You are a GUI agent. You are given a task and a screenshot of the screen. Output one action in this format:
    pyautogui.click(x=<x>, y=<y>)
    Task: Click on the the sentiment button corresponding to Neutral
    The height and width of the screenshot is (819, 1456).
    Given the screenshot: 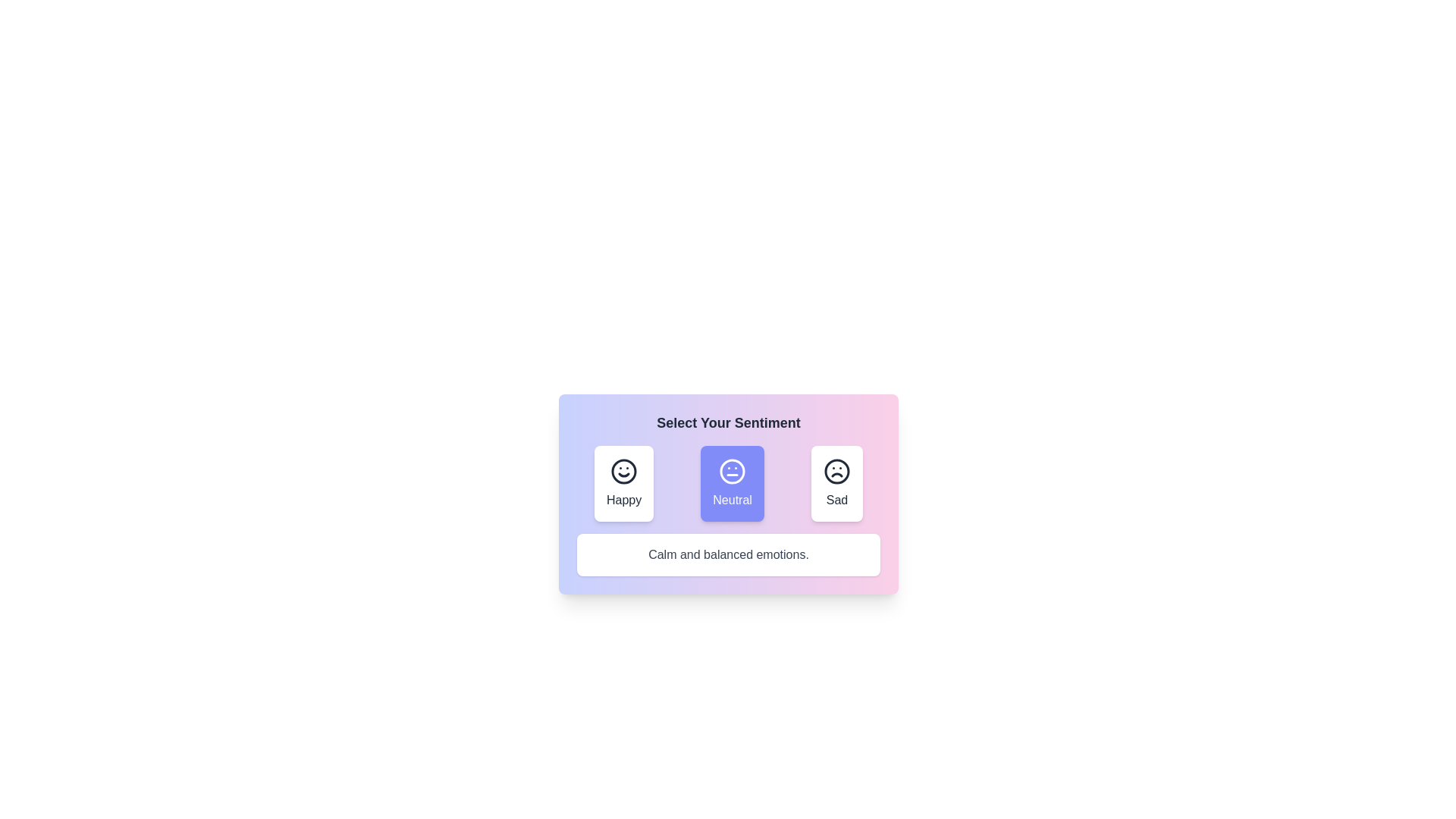 What is the action you would take?
    pyautogui.click(x=733, y=483)
    